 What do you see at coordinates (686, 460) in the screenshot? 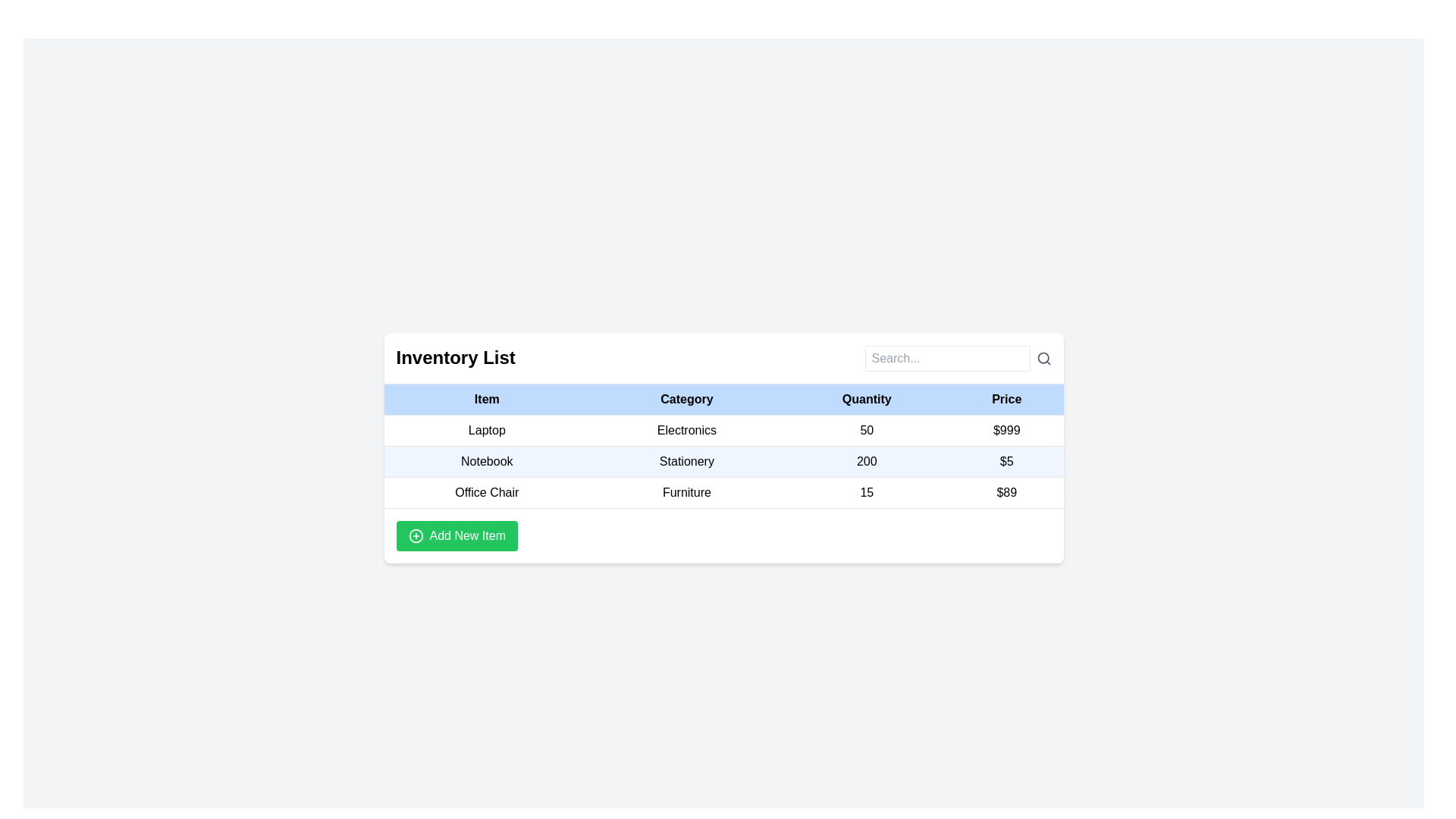
I see `the static text element displaying 'Stationery' in the second row of the 'Inventory List' table, which has a light blue background and is located under the 'Category' column` at bounding box center [686, 460].